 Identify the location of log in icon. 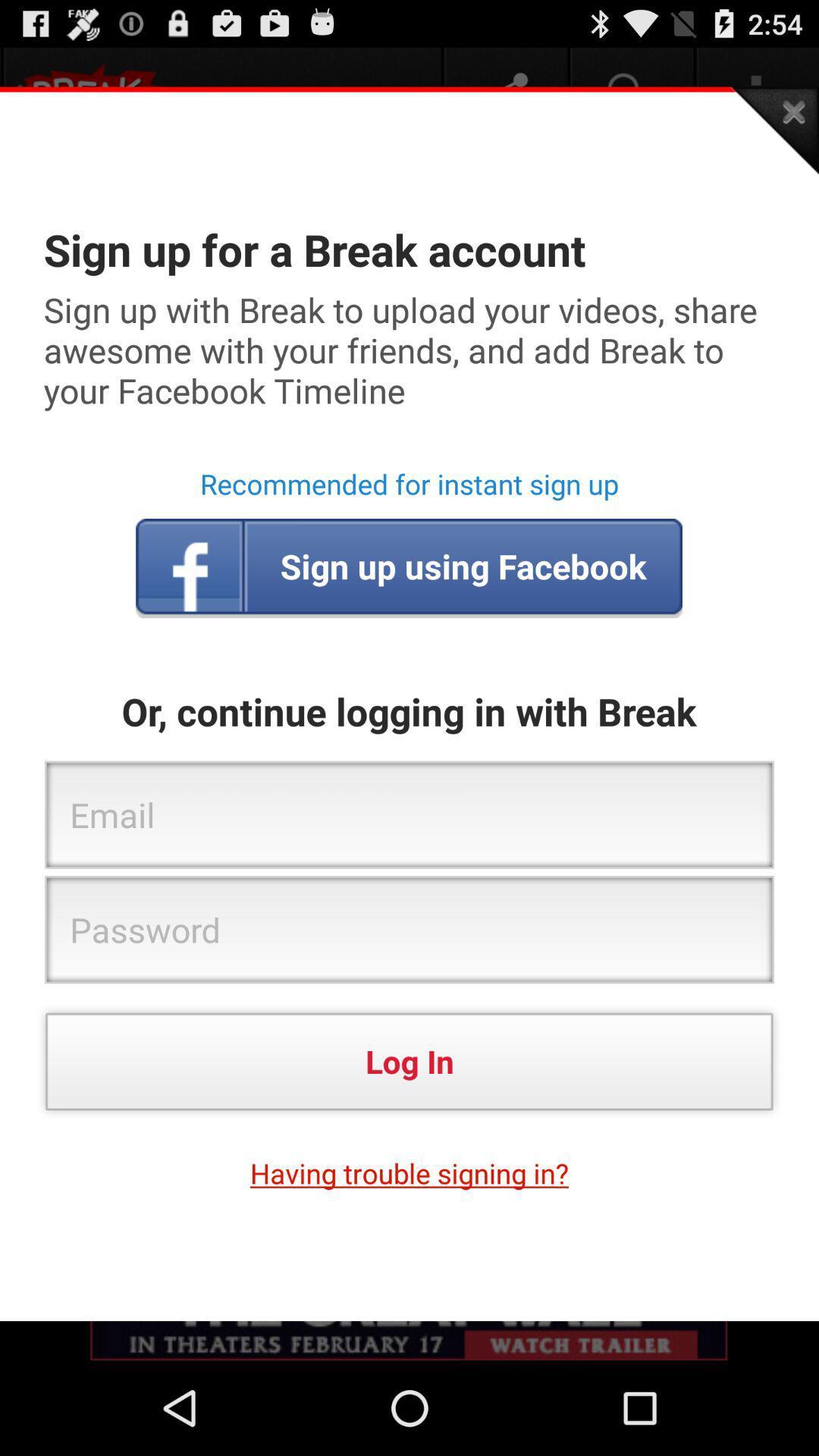
(409, 1060).